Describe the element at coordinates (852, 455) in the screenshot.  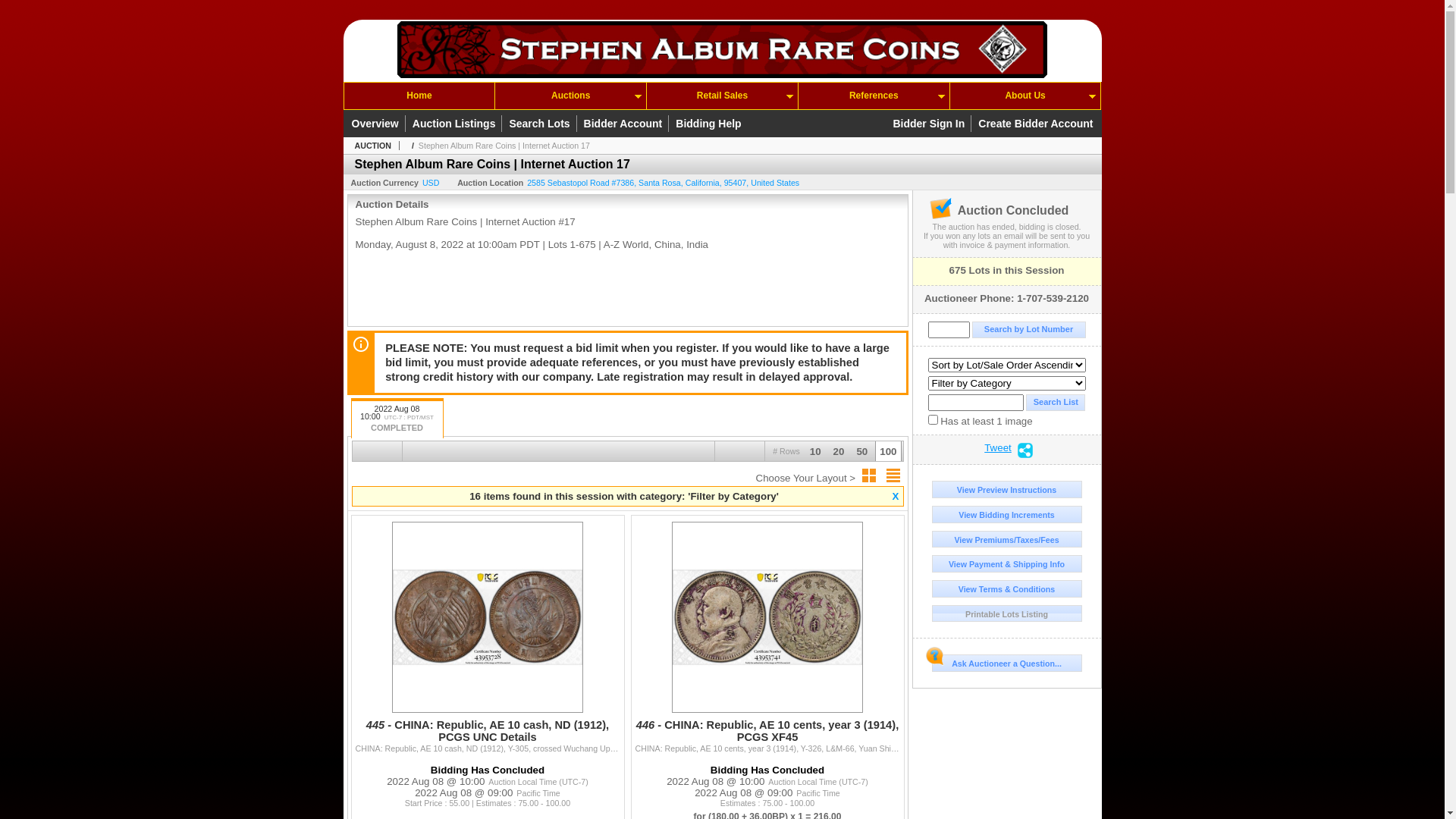
I see `'50'` at that location.